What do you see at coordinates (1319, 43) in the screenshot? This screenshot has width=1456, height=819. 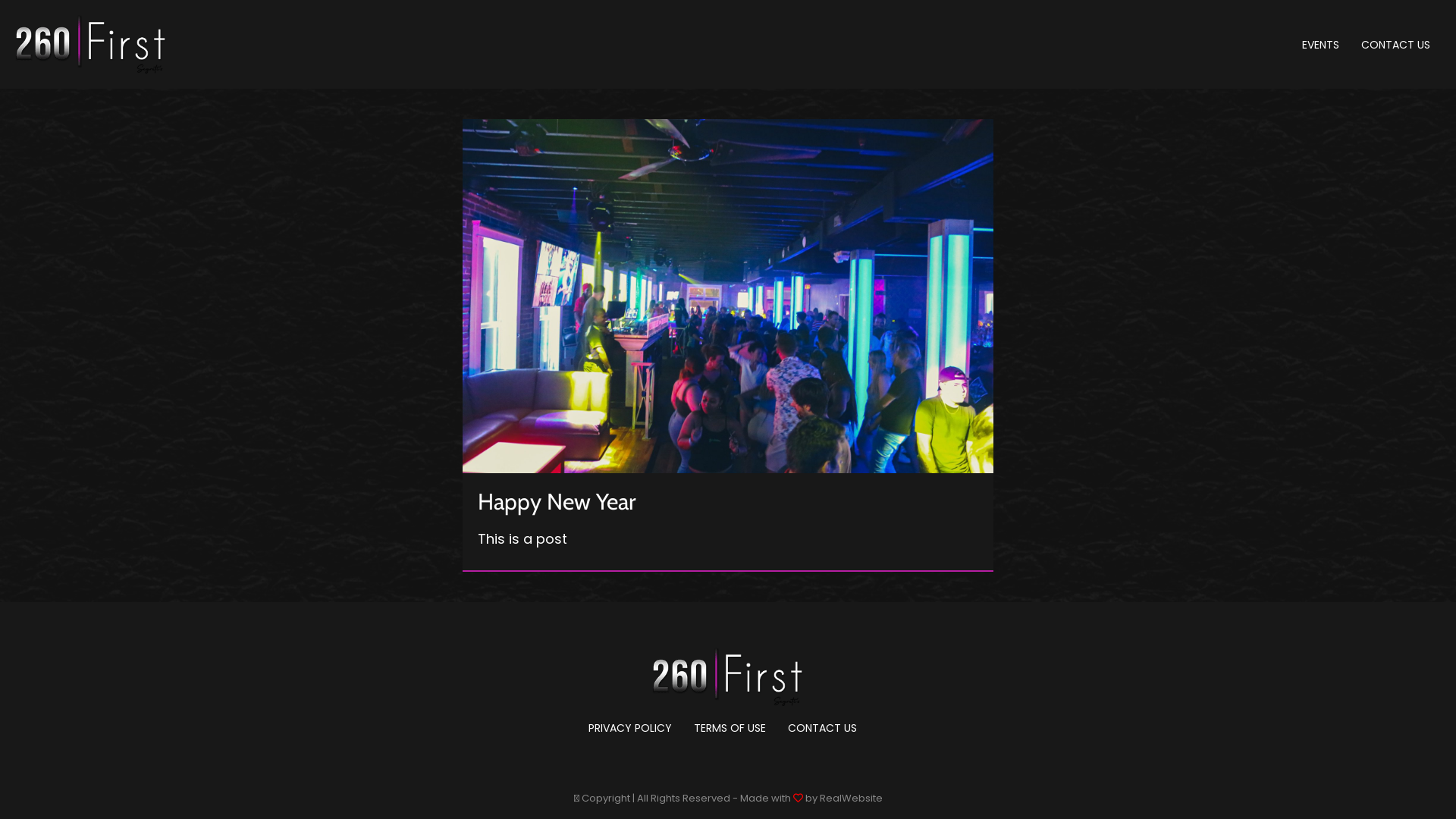 I see `'EVENTS'` at bounding box center [1319, 43].